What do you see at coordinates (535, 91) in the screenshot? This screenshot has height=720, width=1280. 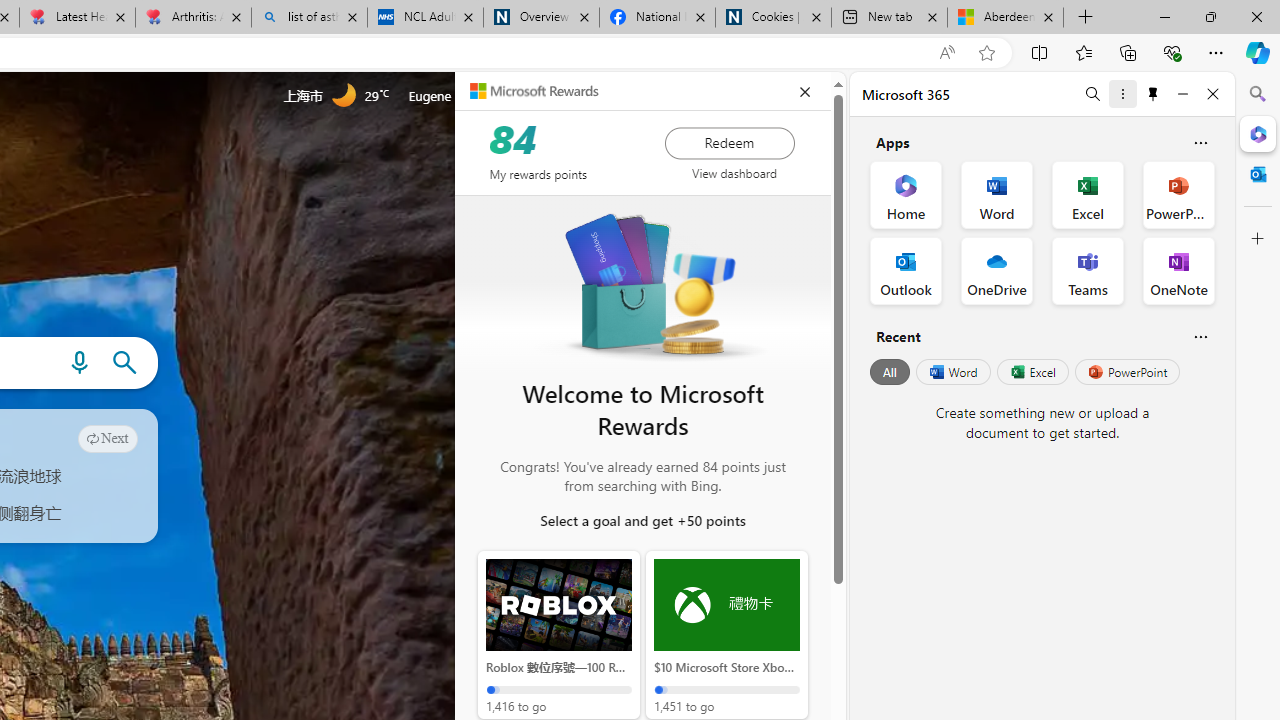 I see `'Microsoft Rewards'` at bounding box center [535, 91].